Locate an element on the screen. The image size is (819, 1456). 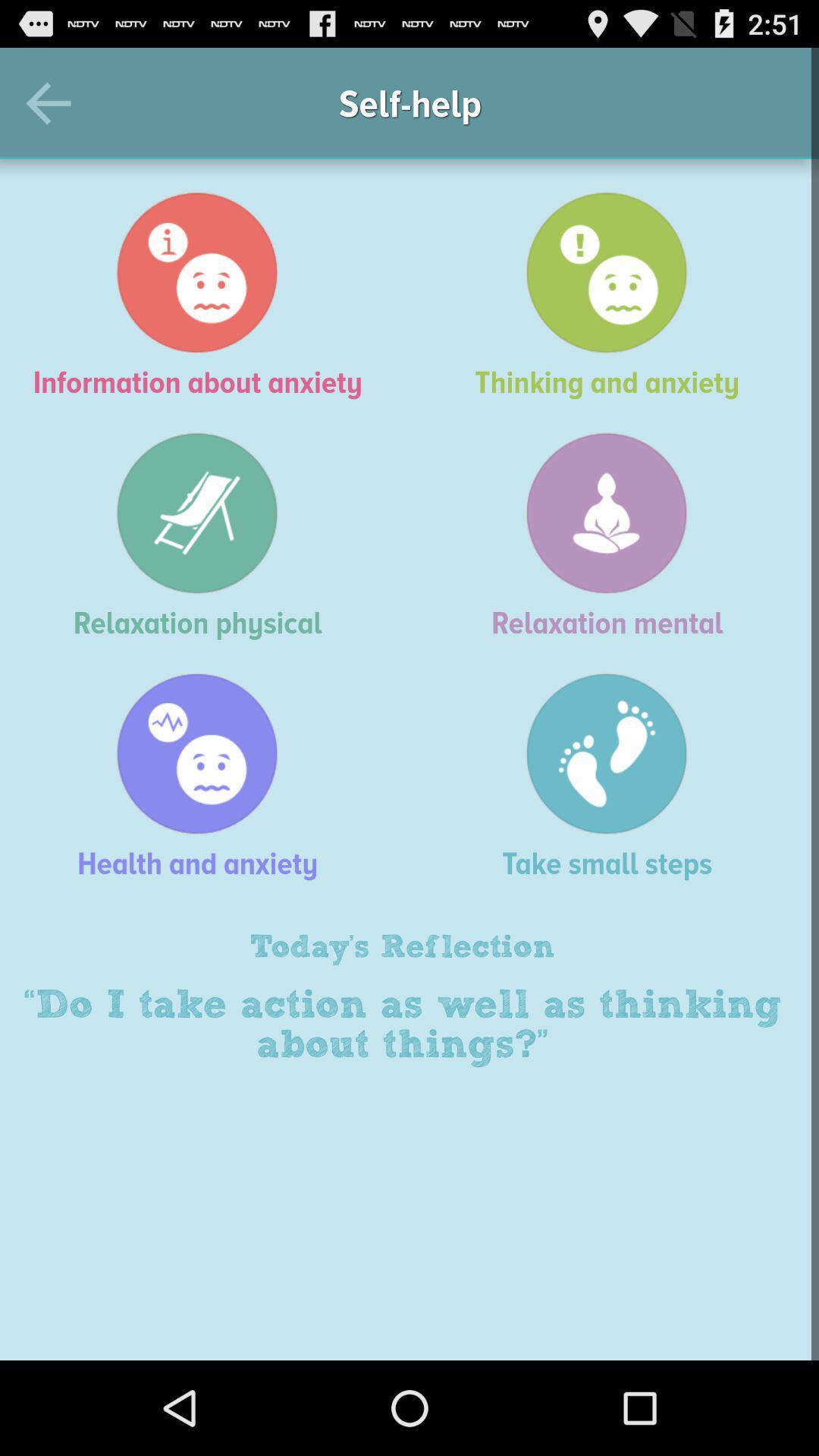
the icon next to the relaxation mental icon is located at coordinates (205, 535).